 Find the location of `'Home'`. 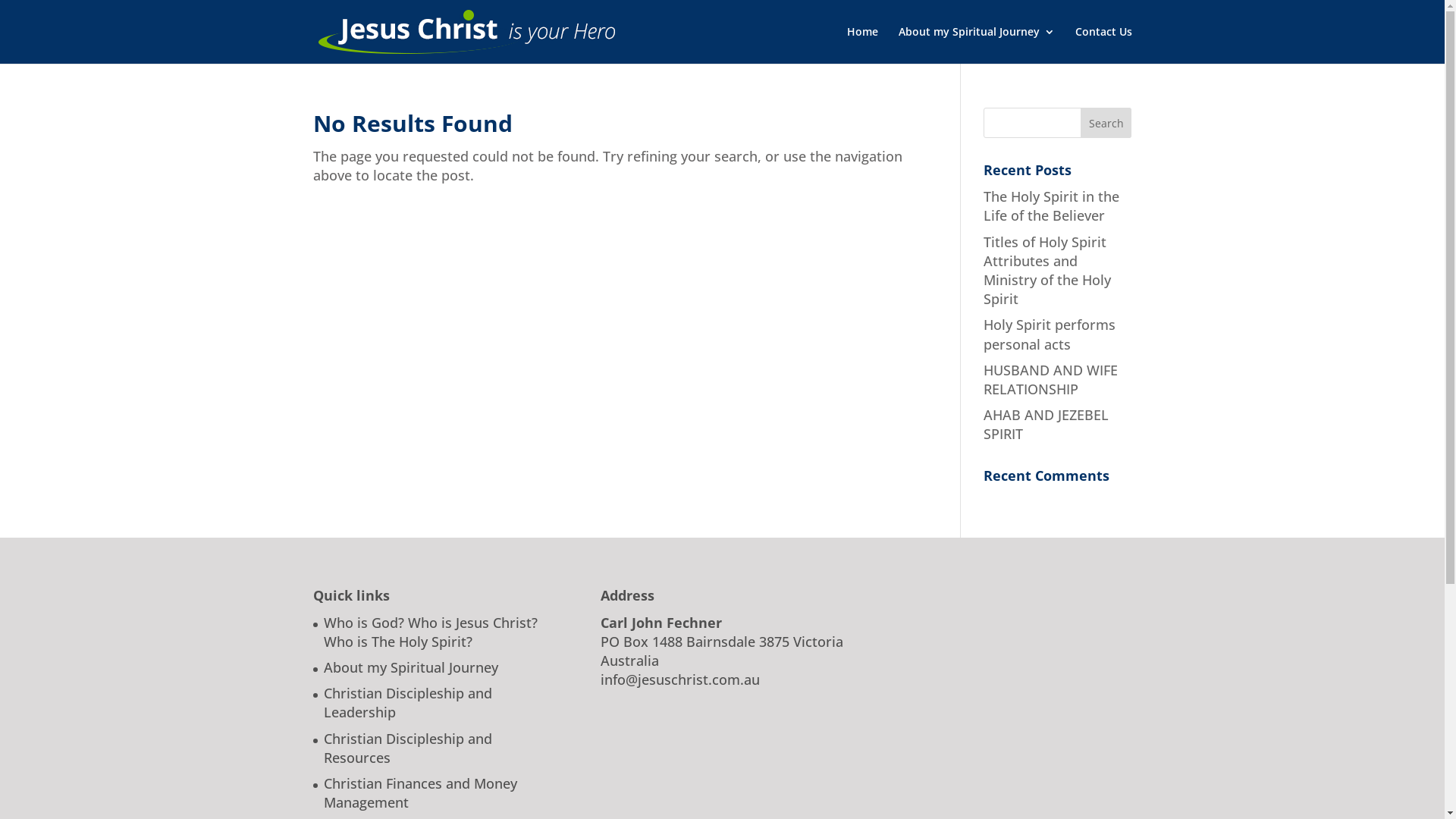

'Home' is located at coordinates (861, 44).